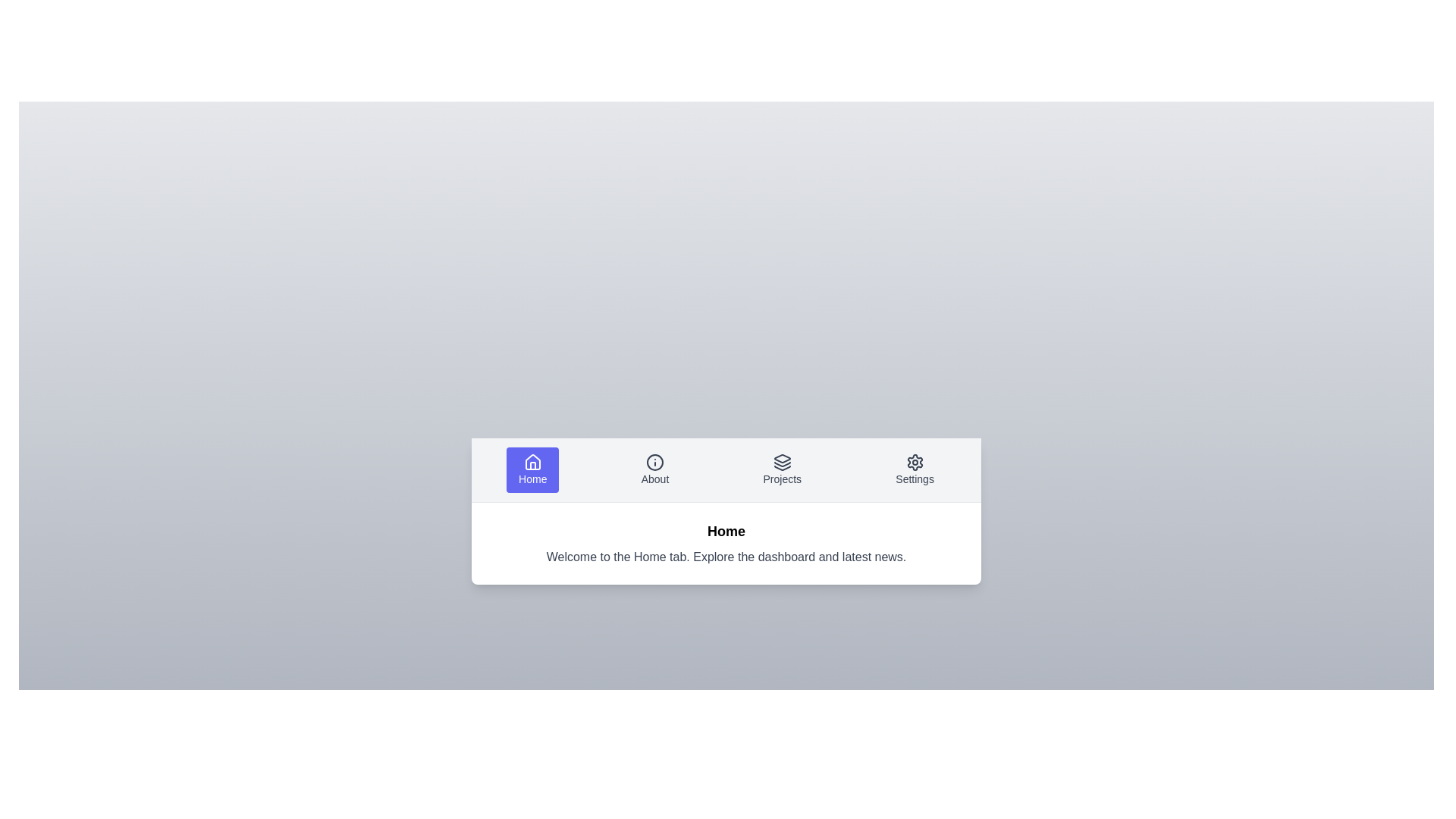 The width and height of the screenshot is (1456, 819). Describe the element at coordinates (782, 469) in the screenshot. I see `the Projects tab by clicking on its label or icon` at that location.